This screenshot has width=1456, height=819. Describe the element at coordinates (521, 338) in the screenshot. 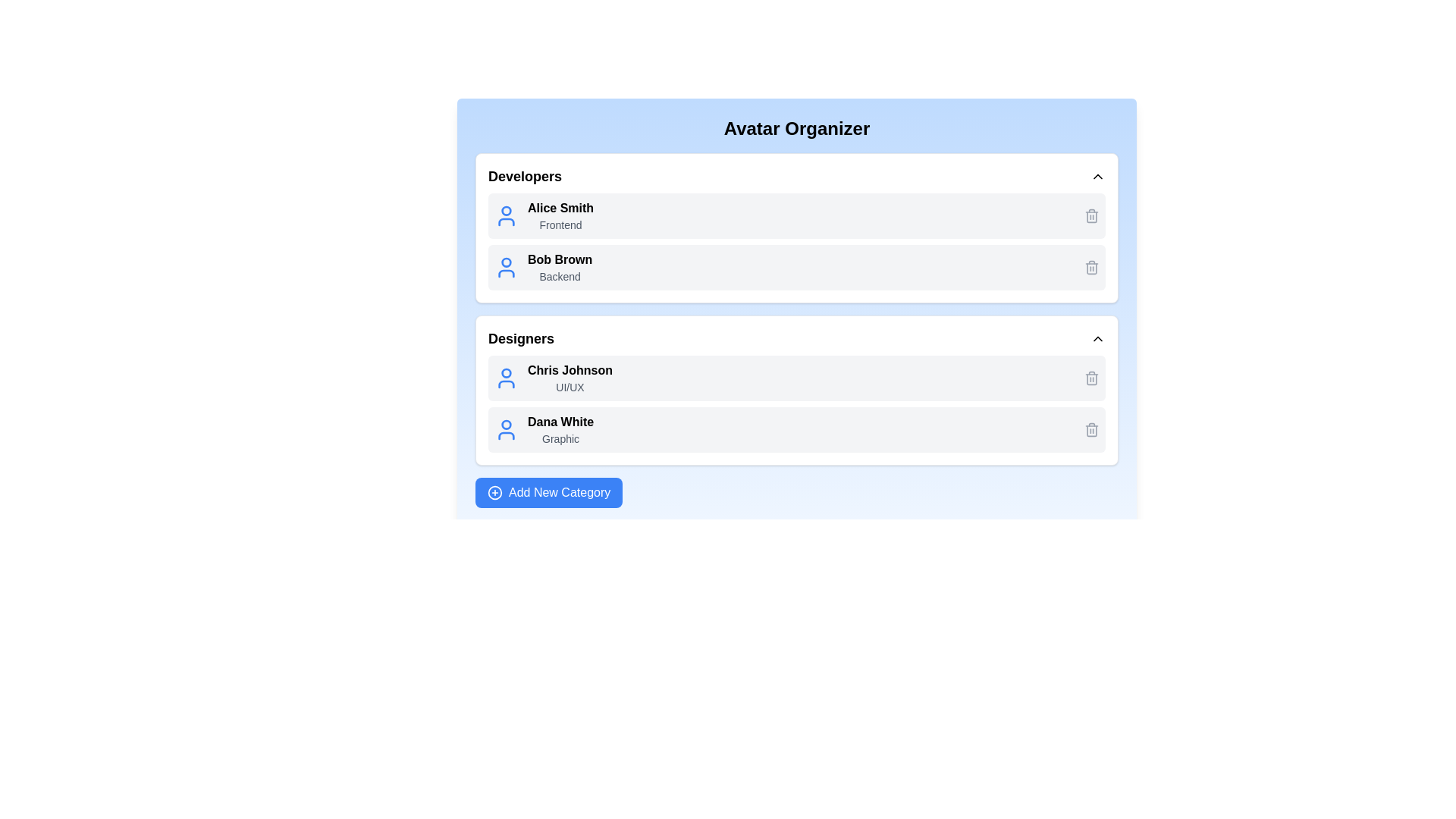

I see `the 'Designers' category header text label, which identifies content about individuals in the Designers category` at that location.